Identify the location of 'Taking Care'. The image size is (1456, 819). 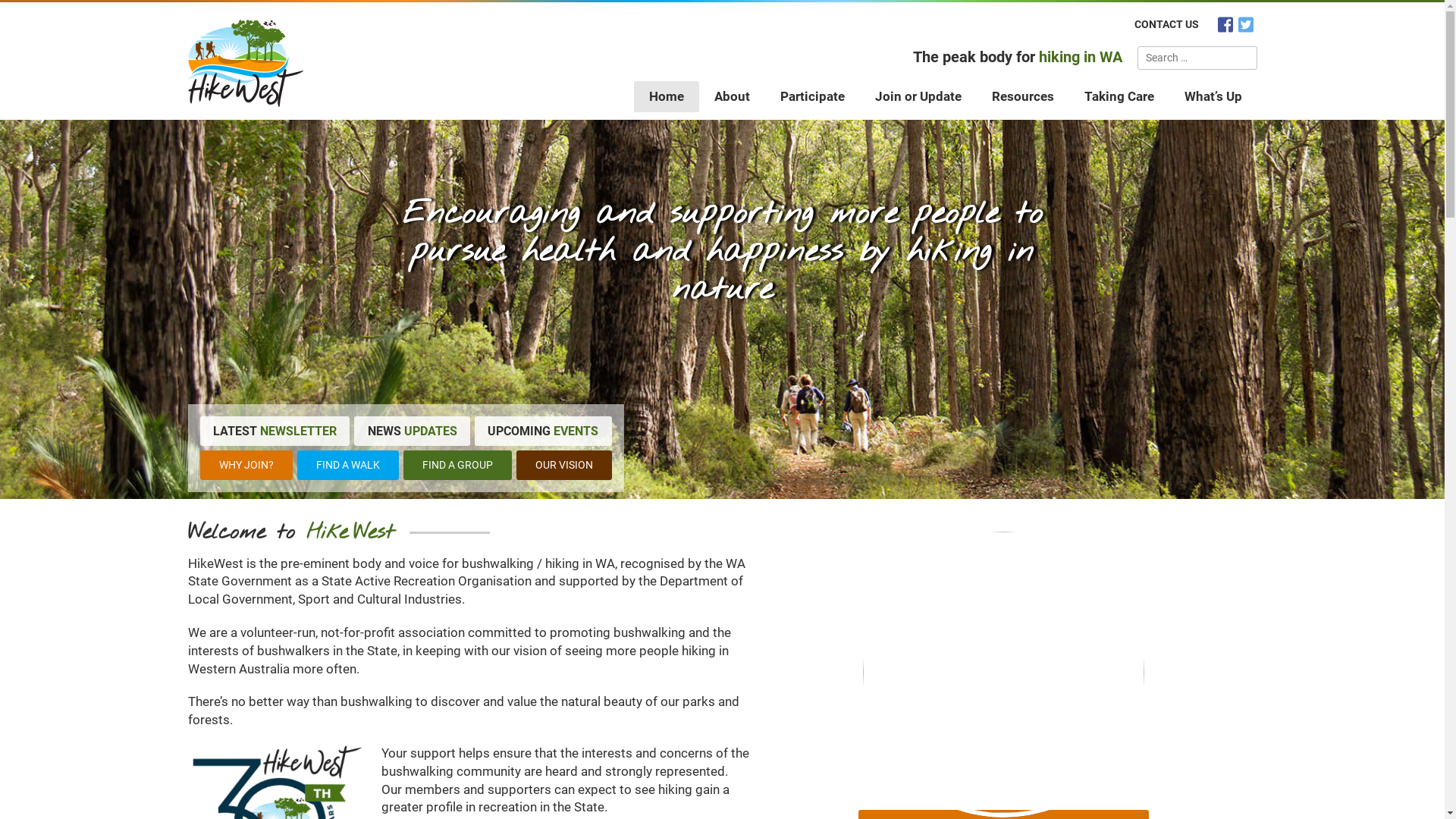
(1119, 96).